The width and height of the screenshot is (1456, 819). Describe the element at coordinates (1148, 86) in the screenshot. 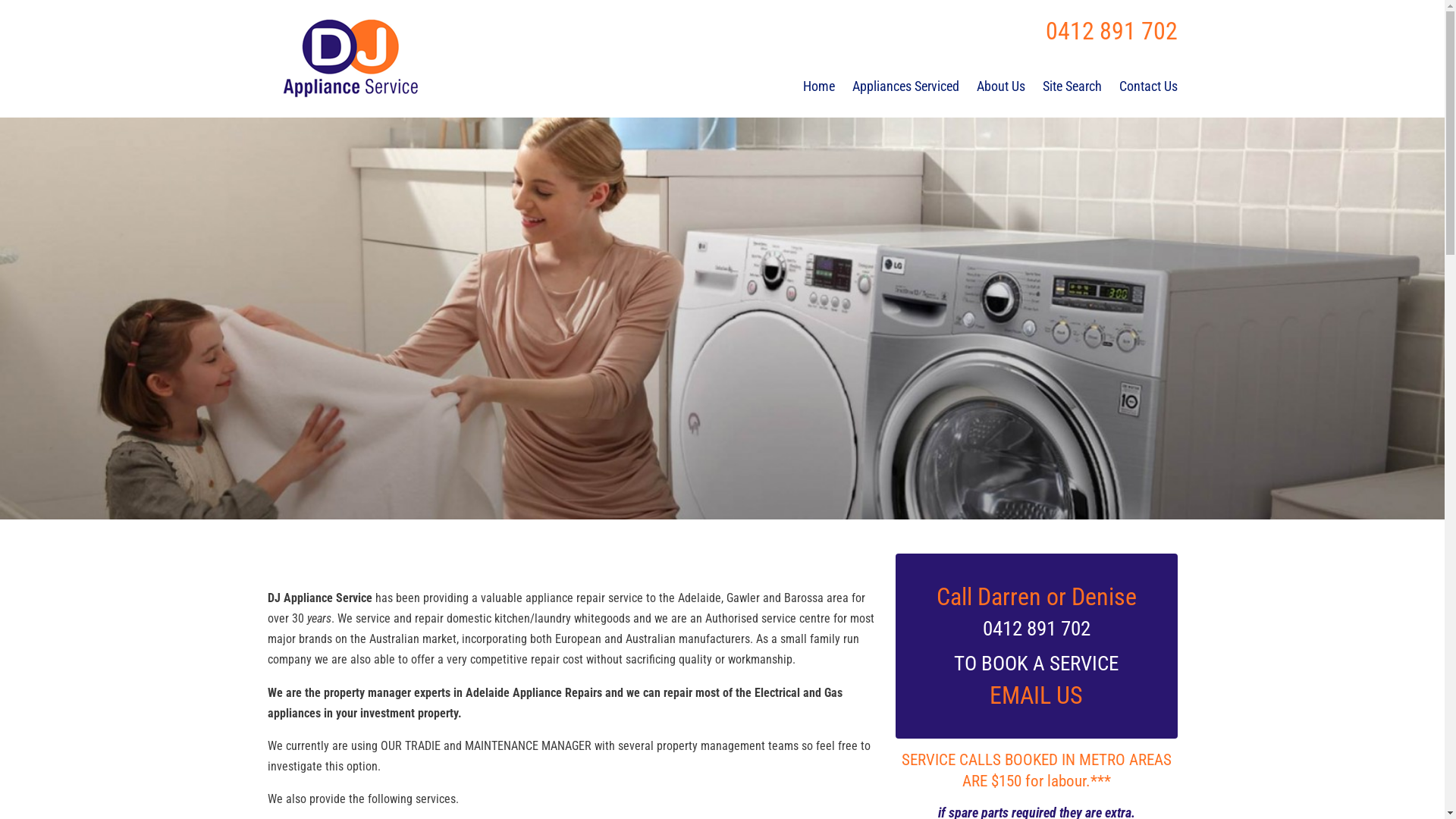

I see `'Contact Us'` at that location.